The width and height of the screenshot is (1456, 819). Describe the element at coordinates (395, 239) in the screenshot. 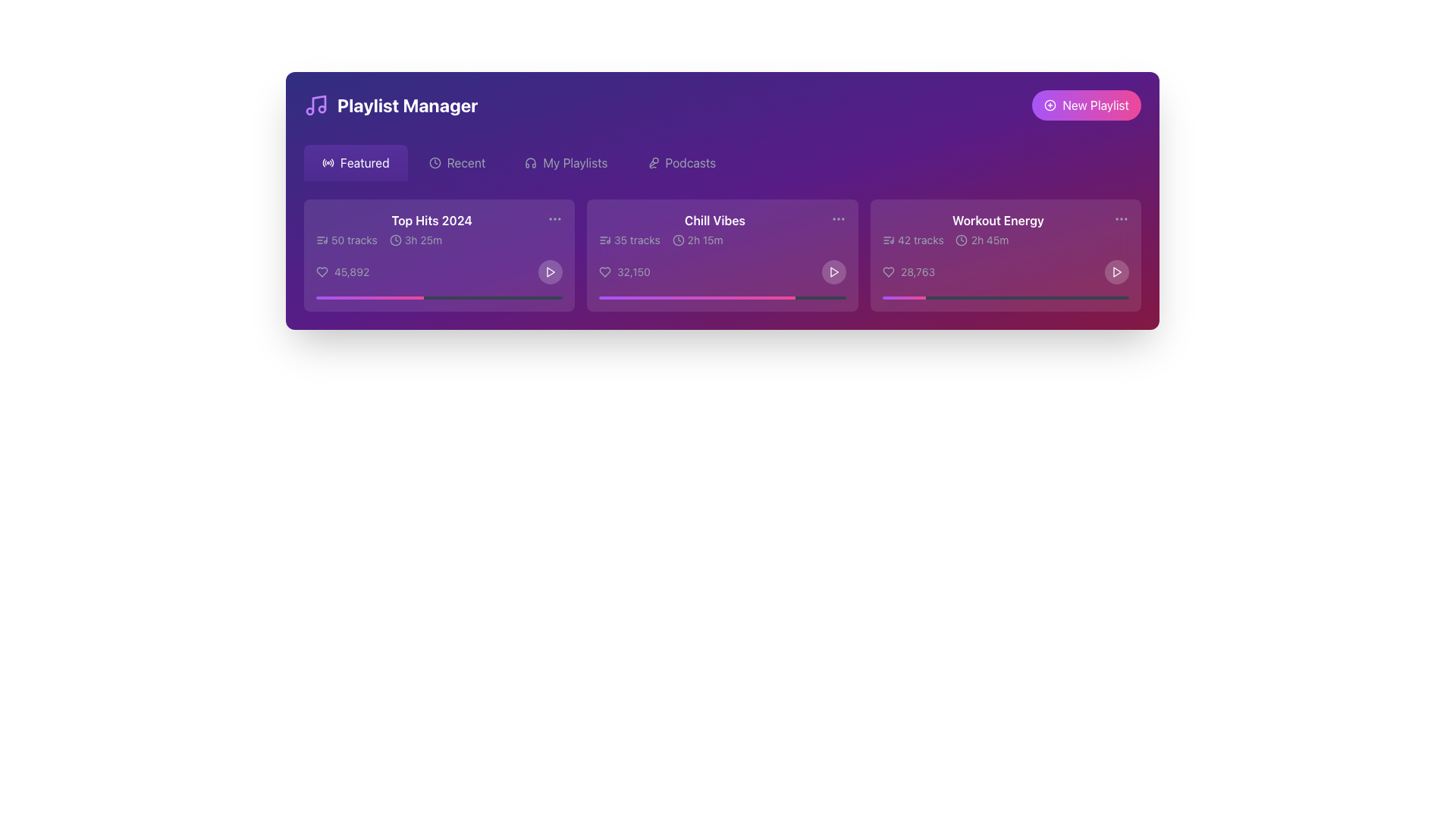

I see `the outer edge of the clock icon represented by a circle in SVG, located within the 'Top Hits 2024' box, near the top-left corner of the component` at that location.